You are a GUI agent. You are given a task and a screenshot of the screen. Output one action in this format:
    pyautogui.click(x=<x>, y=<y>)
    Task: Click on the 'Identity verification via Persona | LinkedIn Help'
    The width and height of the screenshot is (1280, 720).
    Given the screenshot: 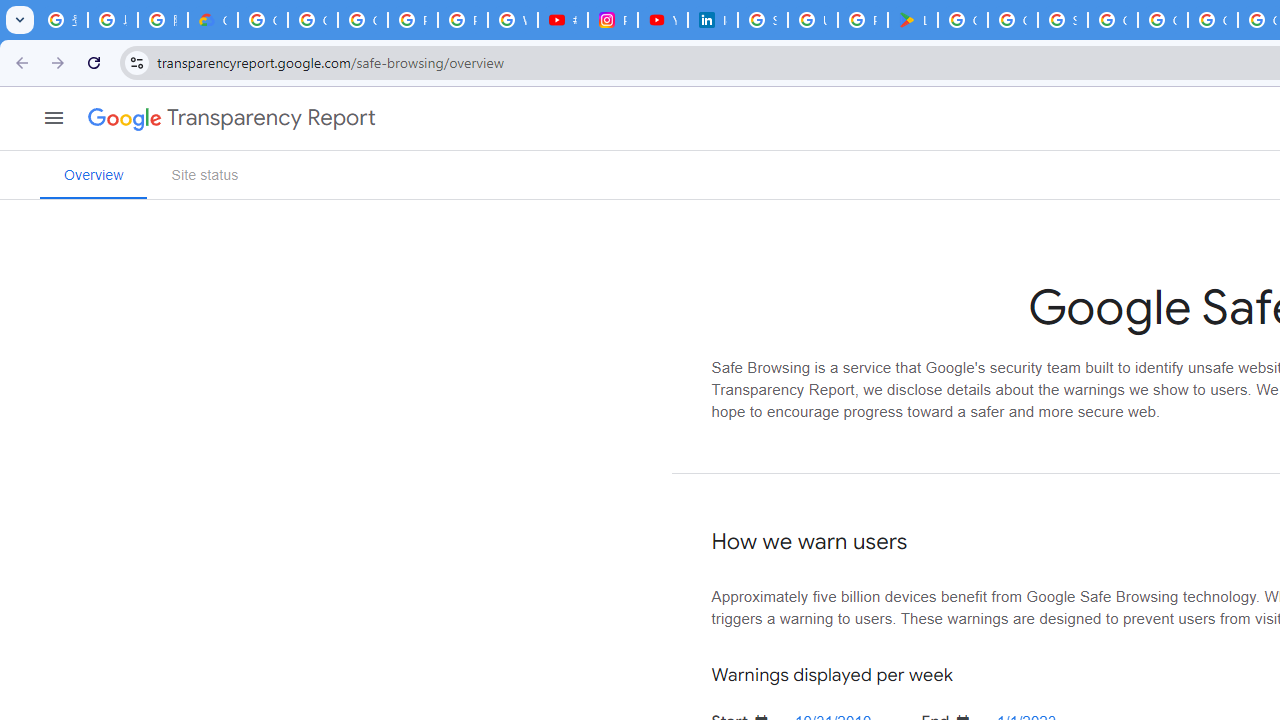 What is the action you would take?
    pyautogui.click(x=712, y=20)
    